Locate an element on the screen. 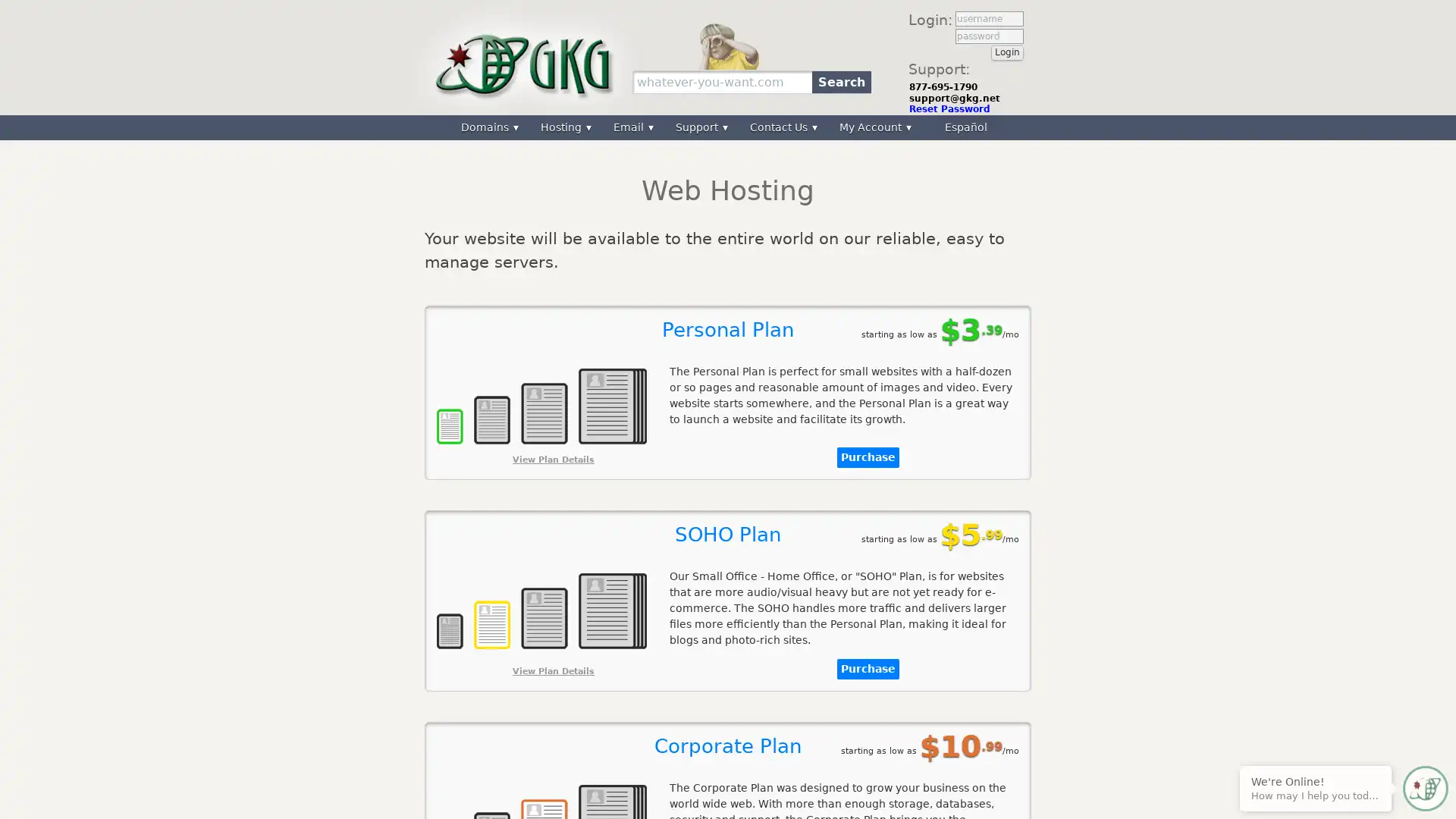 This screenshot has height=819, width=1456. Login is located at coordinates (1007, 52).